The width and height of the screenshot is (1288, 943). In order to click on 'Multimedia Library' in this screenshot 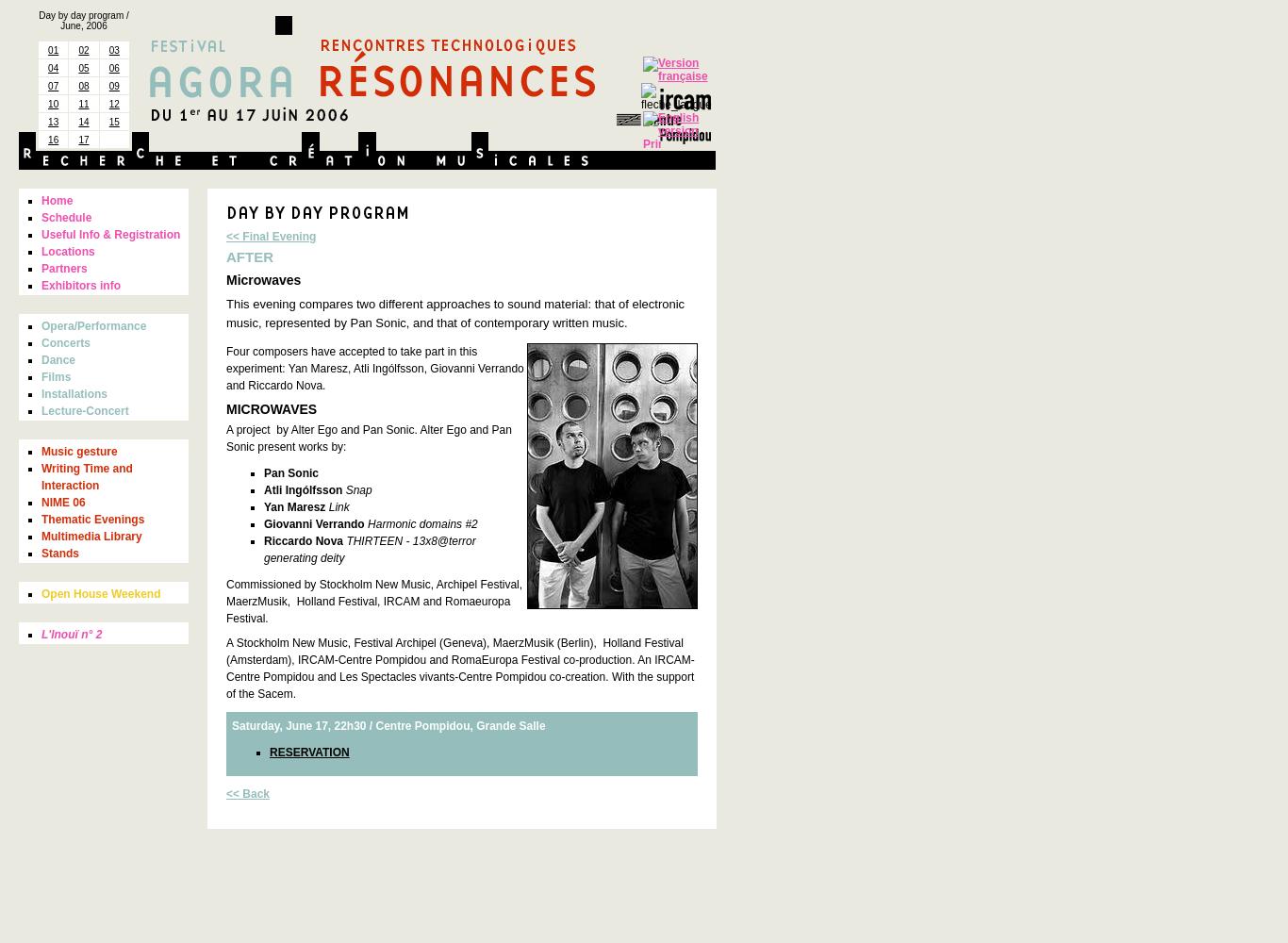, I will do `click(41, 536)`.